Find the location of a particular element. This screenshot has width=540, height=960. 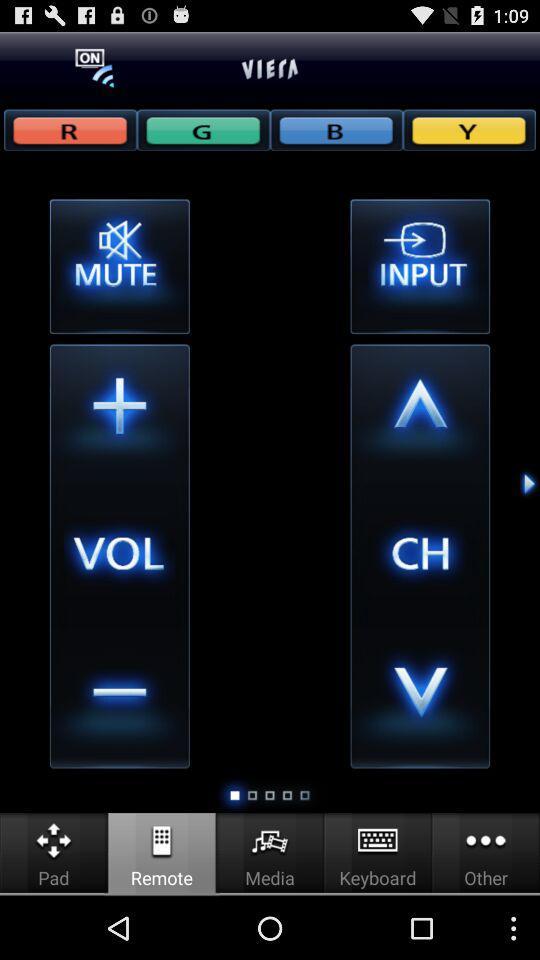

the icon which is above the media option is located at coordinates (270, 840).